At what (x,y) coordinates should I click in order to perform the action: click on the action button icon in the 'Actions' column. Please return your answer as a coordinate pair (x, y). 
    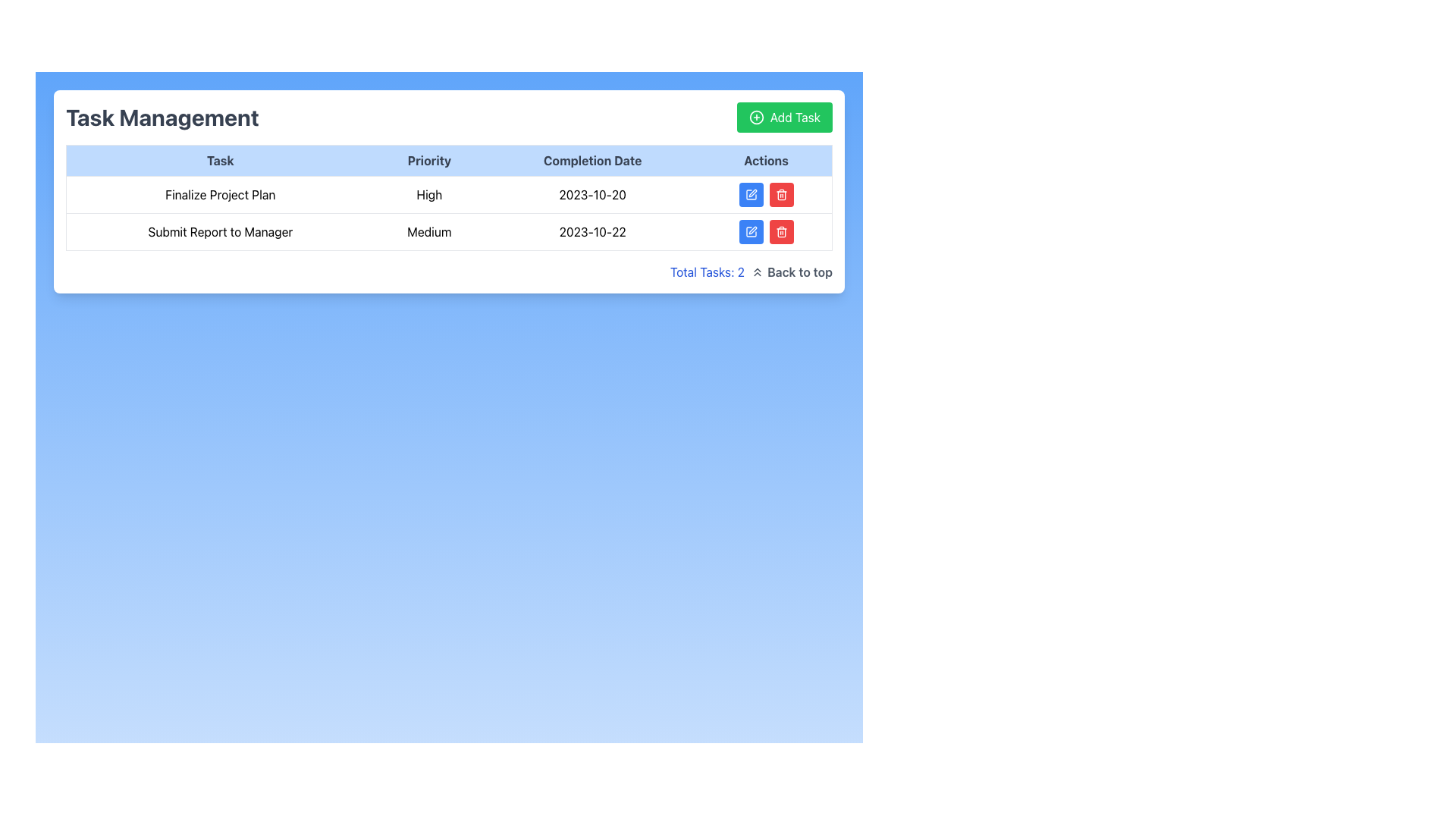
    Looking at the image, I should click on (751, 194).